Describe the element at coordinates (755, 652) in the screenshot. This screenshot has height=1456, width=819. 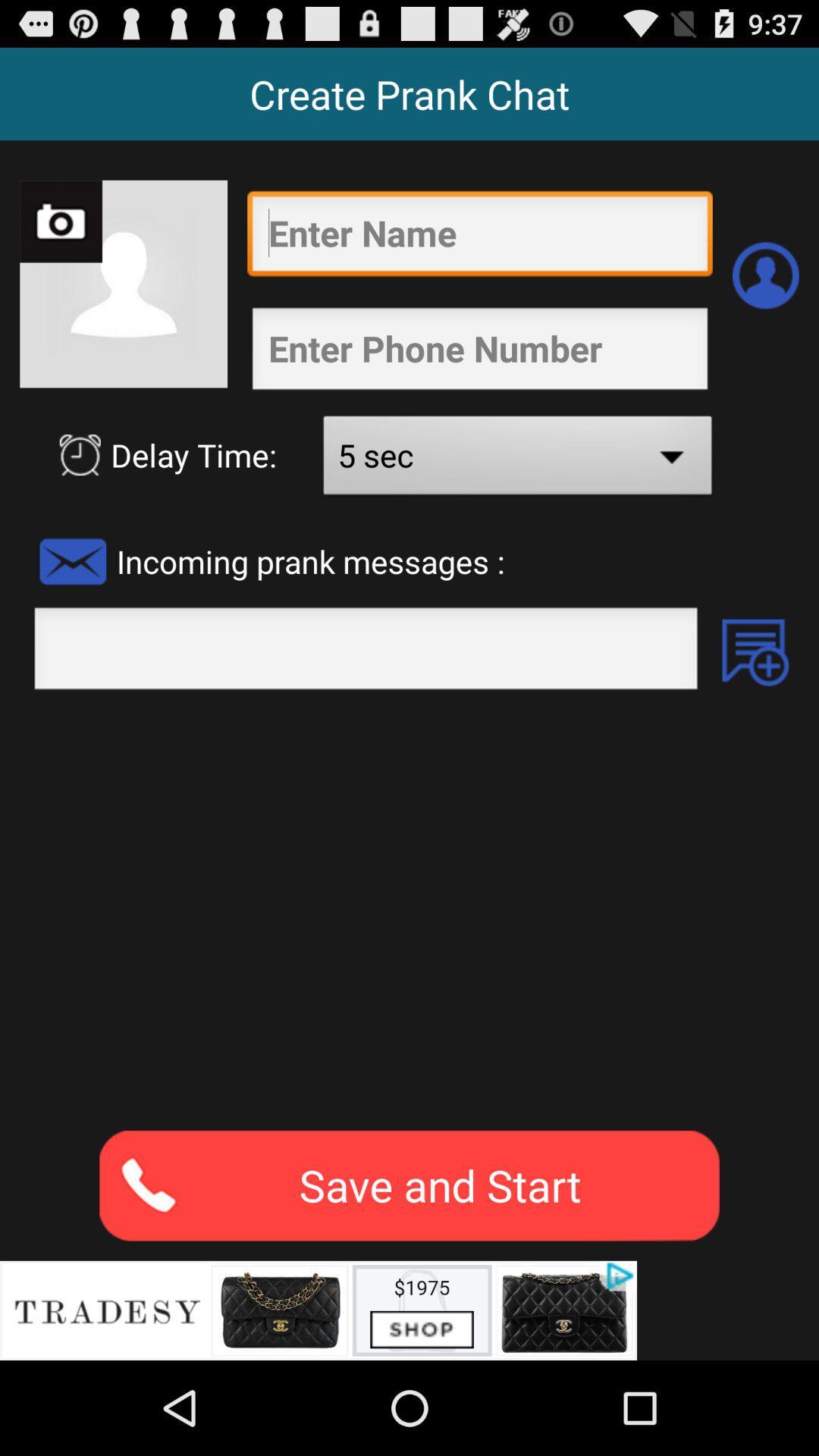
I see `more file` at that location.